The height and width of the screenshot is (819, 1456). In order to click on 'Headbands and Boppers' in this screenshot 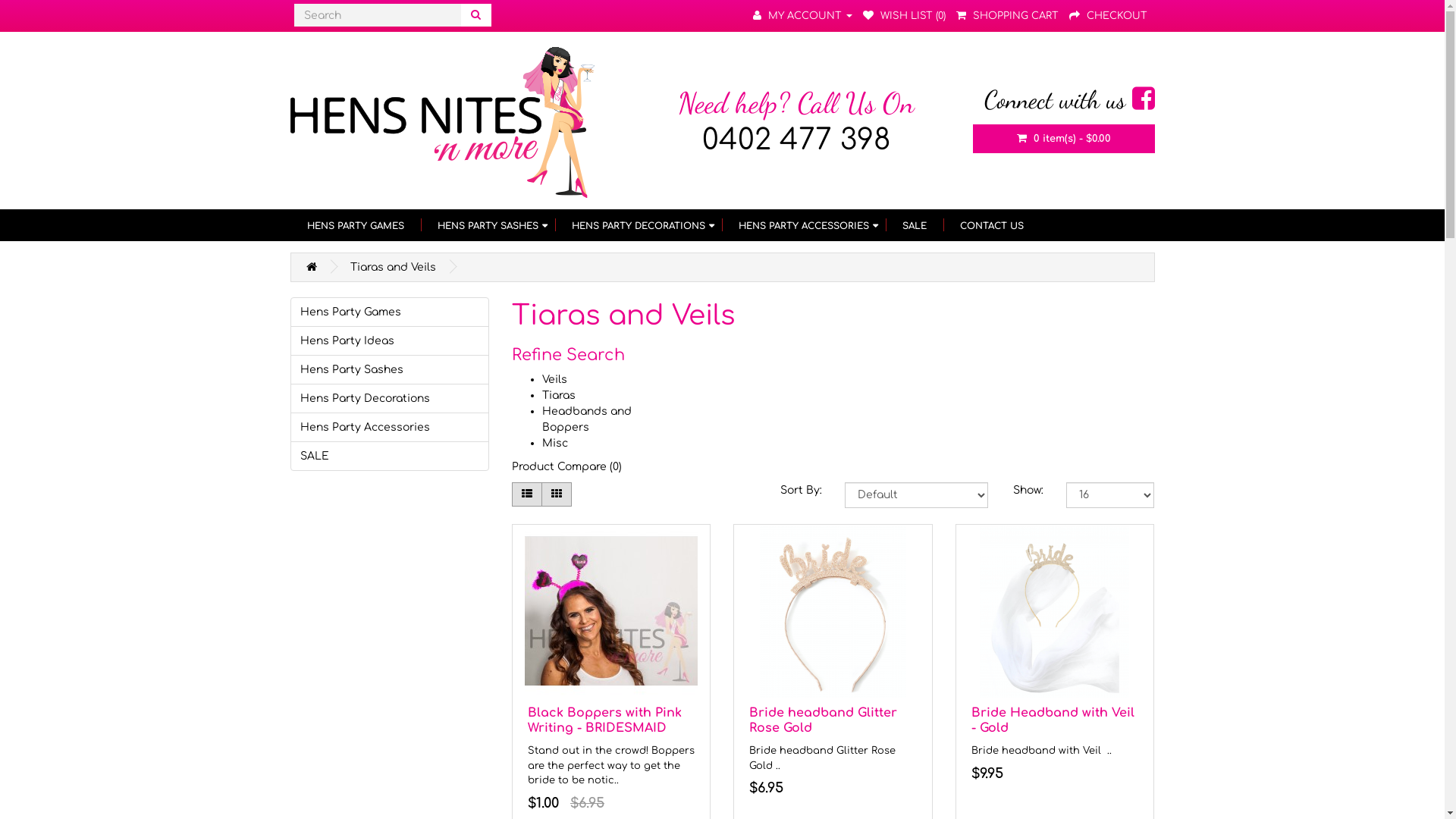, I will do `click(585, 419)`.